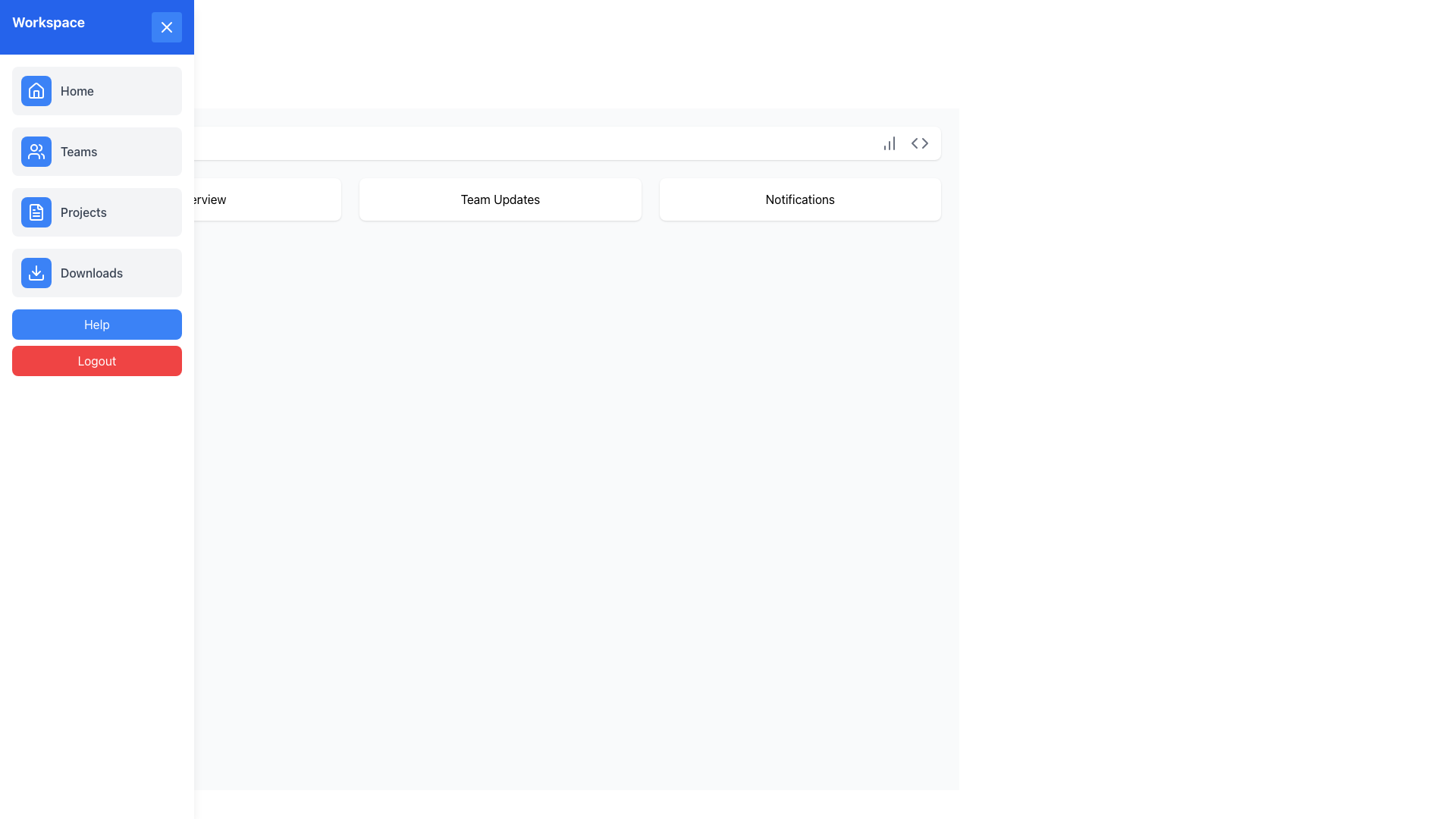  What do you see at coordinates (199, 198) in the screenshot?
I see `the first clickable card element in the top-left corner of the grid layout` at bounding box center [199, 198].